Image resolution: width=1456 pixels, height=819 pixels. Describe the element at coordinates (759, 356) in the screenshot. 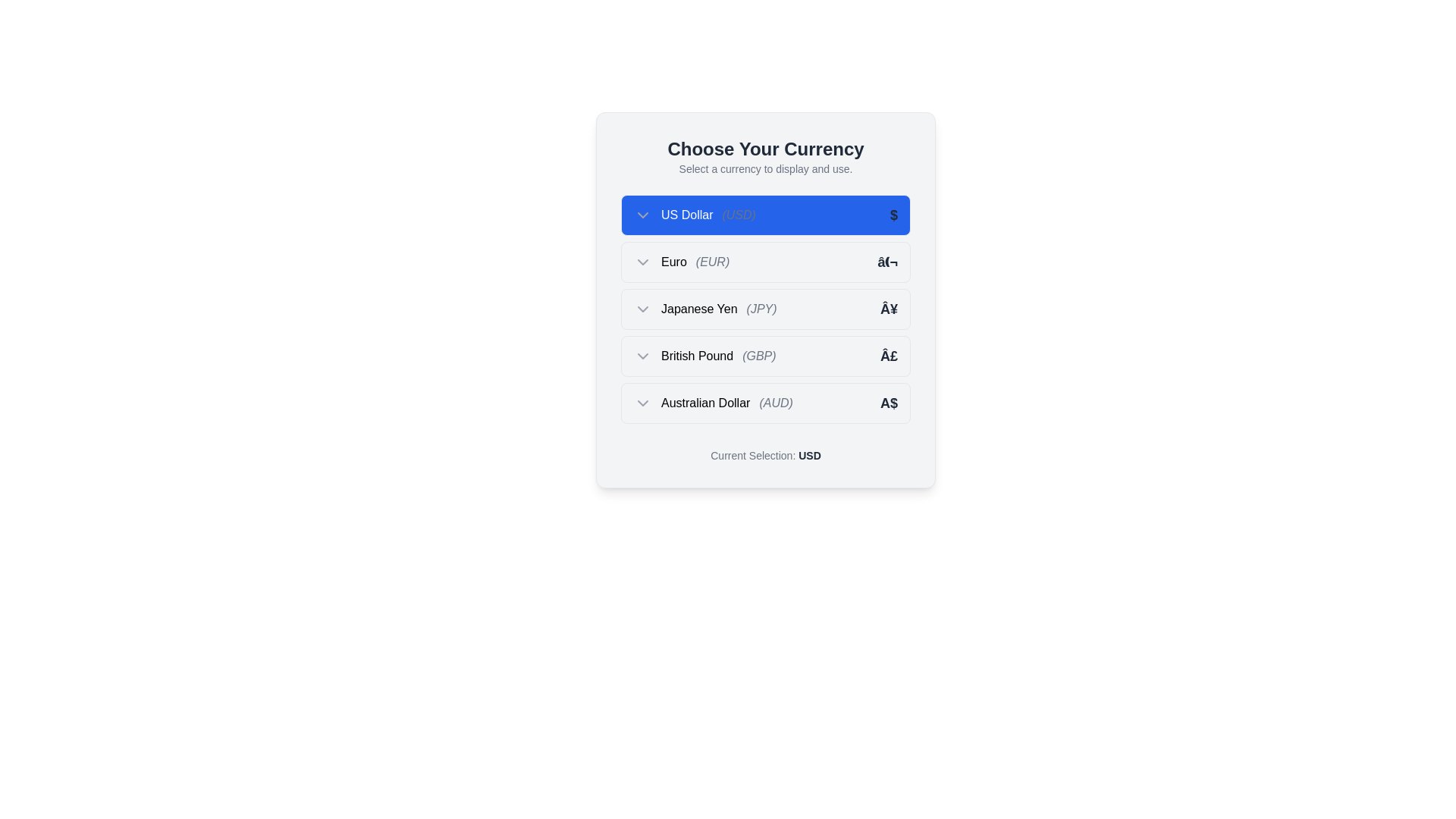

I see `the text label displaying '(GBP)', which is styled in italic and a lighter gray color, located to the right of 'British Pound' in the currency selection menu` at that location.